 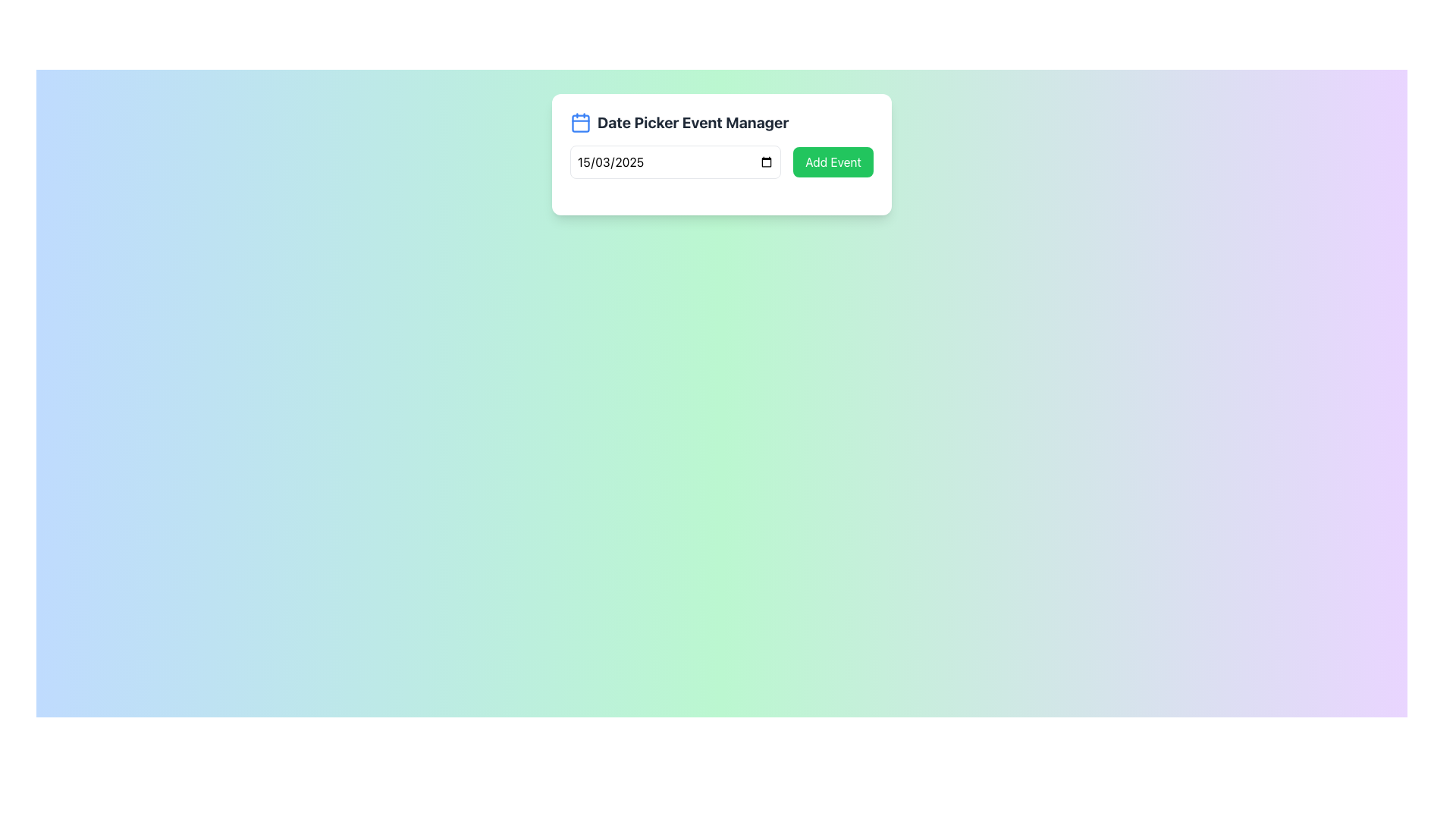 What do you see at coordinates (720, 146) in the screenshot?
I see `the green 'Add Event' button in the date picker manager` at bounding box center [720, 146].